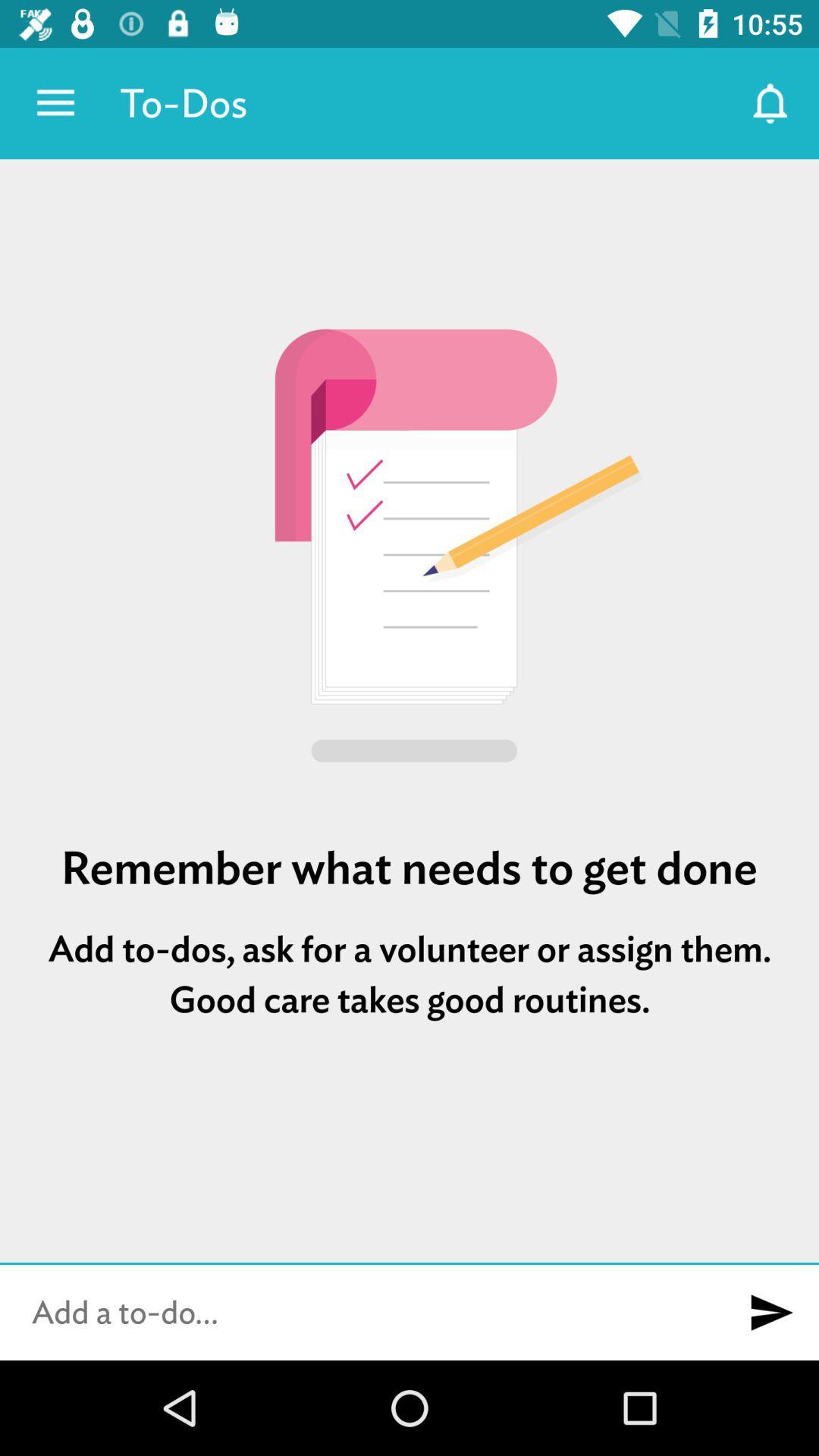  What do you see at coordinates (771, 1312) in the screenshot?
I see `the send icon` at bounding box center [771, 1312].